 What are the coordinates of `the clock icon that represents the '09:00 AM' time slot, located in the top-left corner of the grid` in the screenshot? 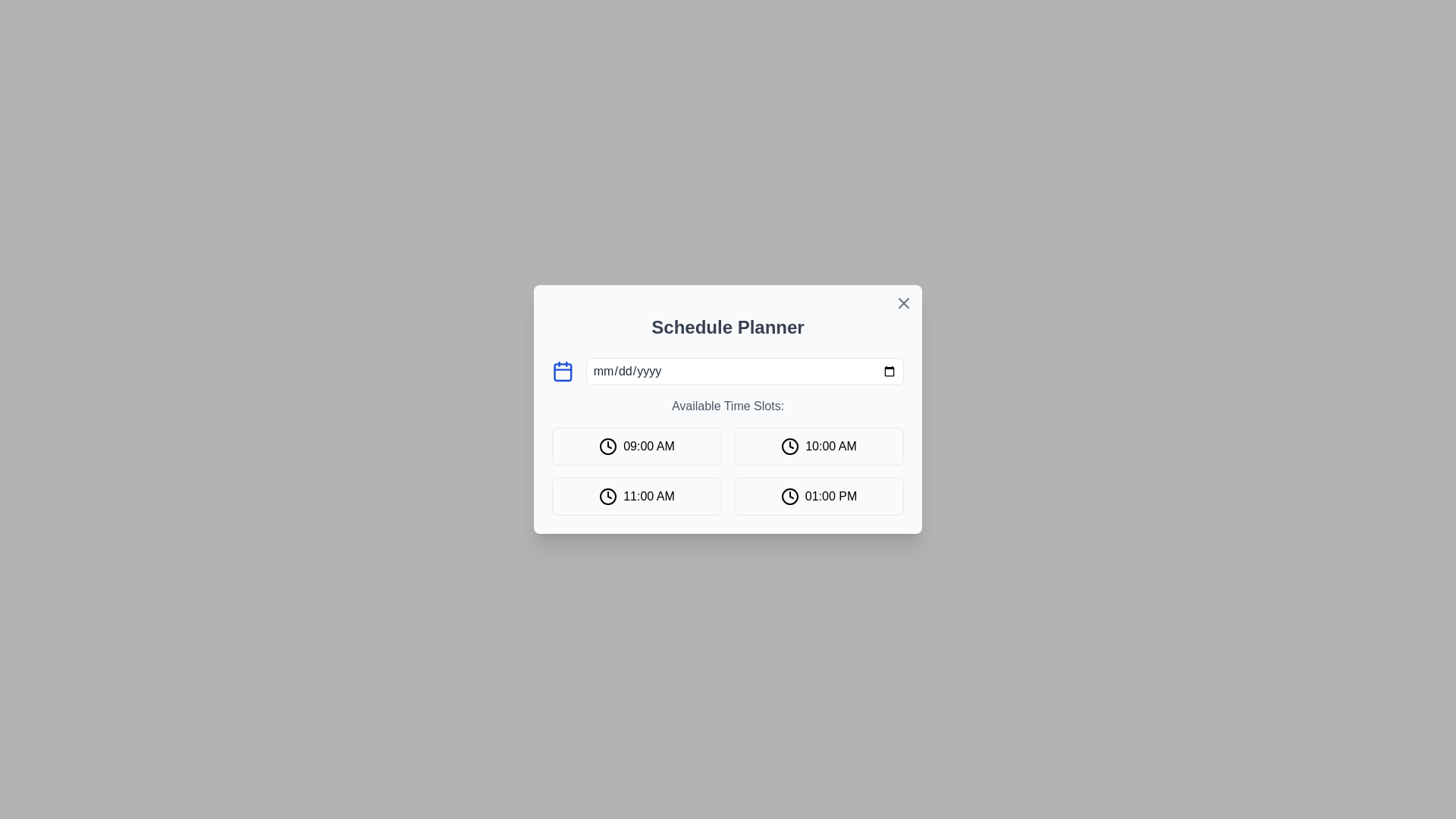 It's located at (608, 446).